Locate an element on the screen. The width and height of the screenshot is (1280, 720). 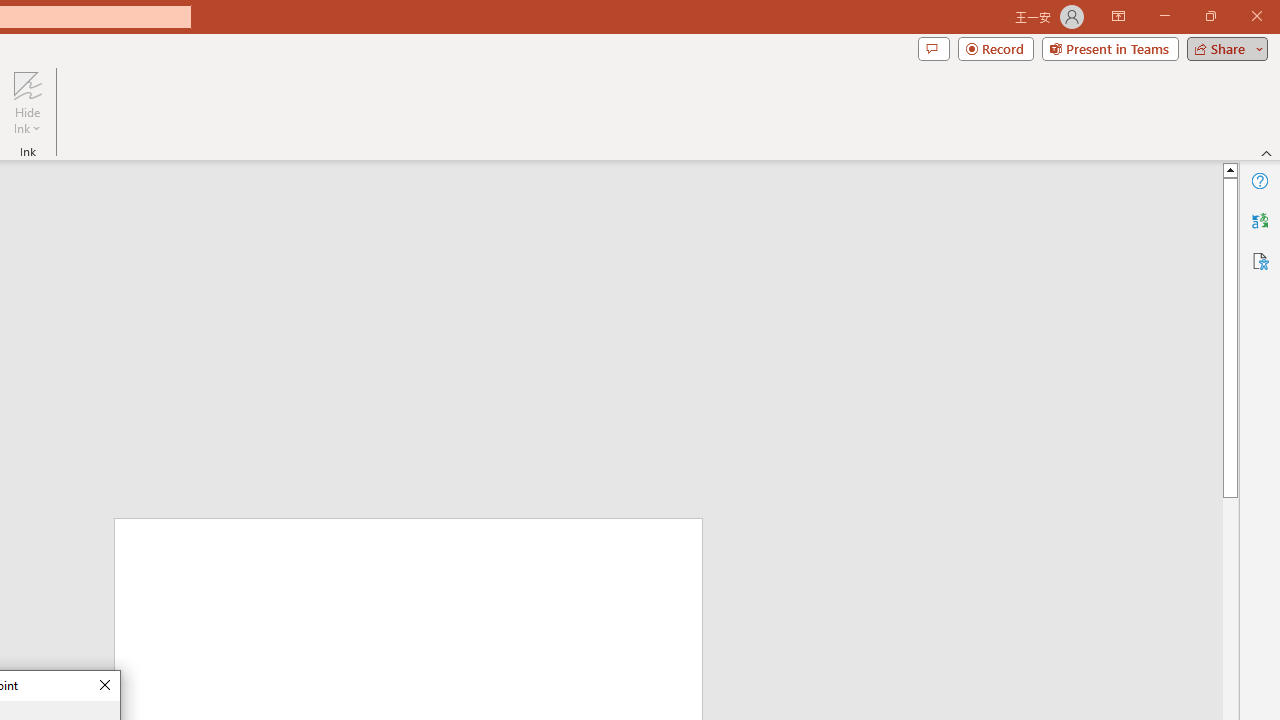
'Minimize' is located at coordinates (1164, 16).